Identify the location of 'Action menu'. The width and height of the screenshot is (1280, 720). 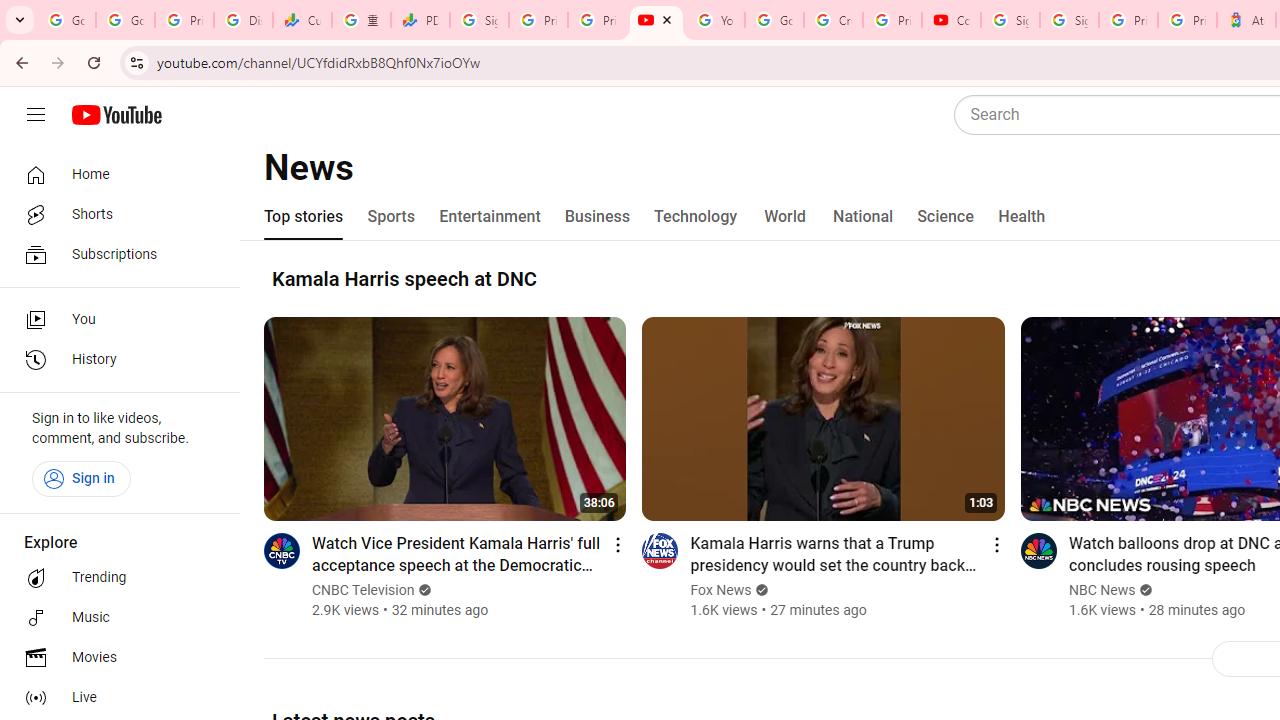
(996, 544).